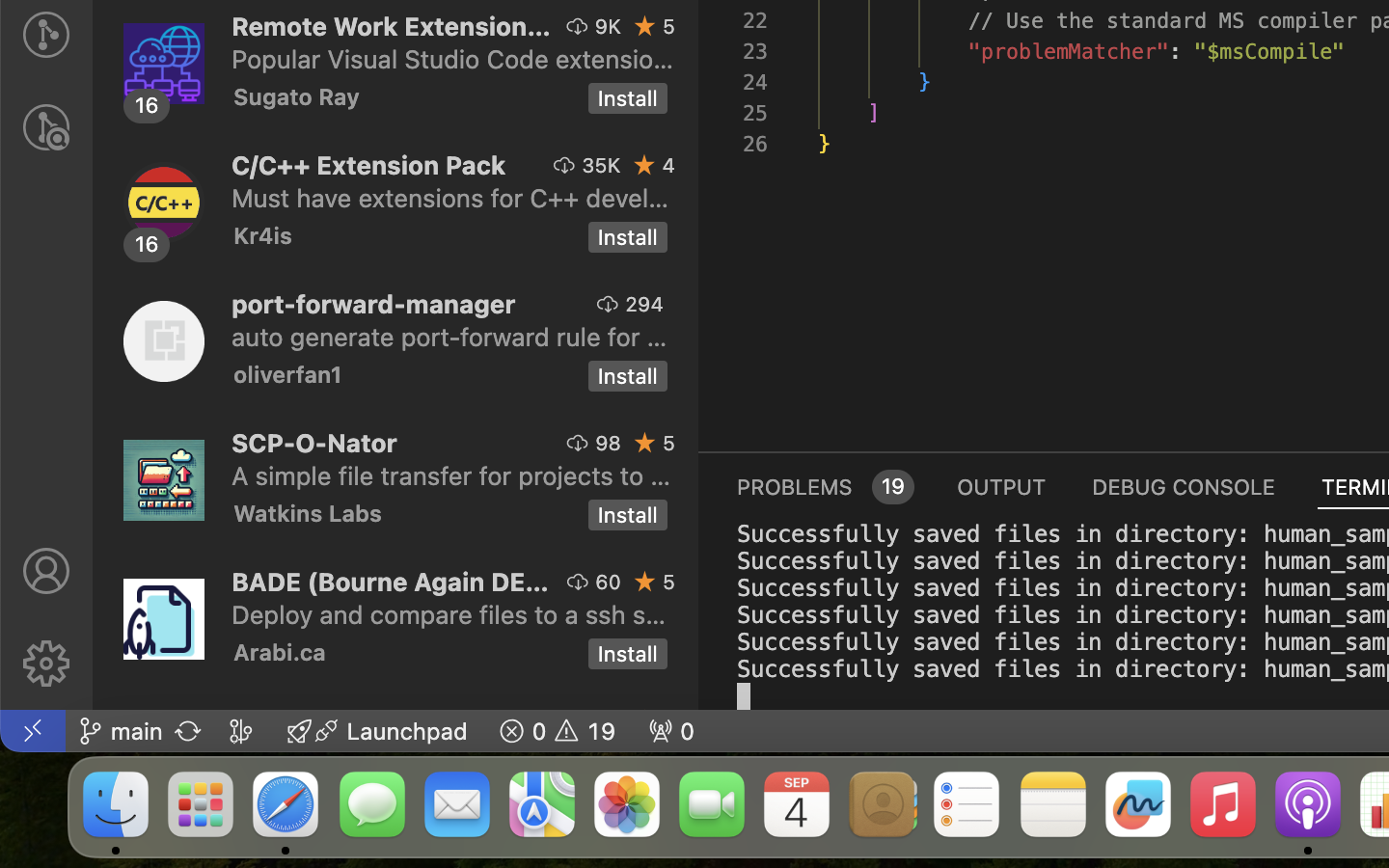  What do you see at coordinates (558, 729) in the screenshot?
I see `'19 0  '` at bounding box center [558, 729].